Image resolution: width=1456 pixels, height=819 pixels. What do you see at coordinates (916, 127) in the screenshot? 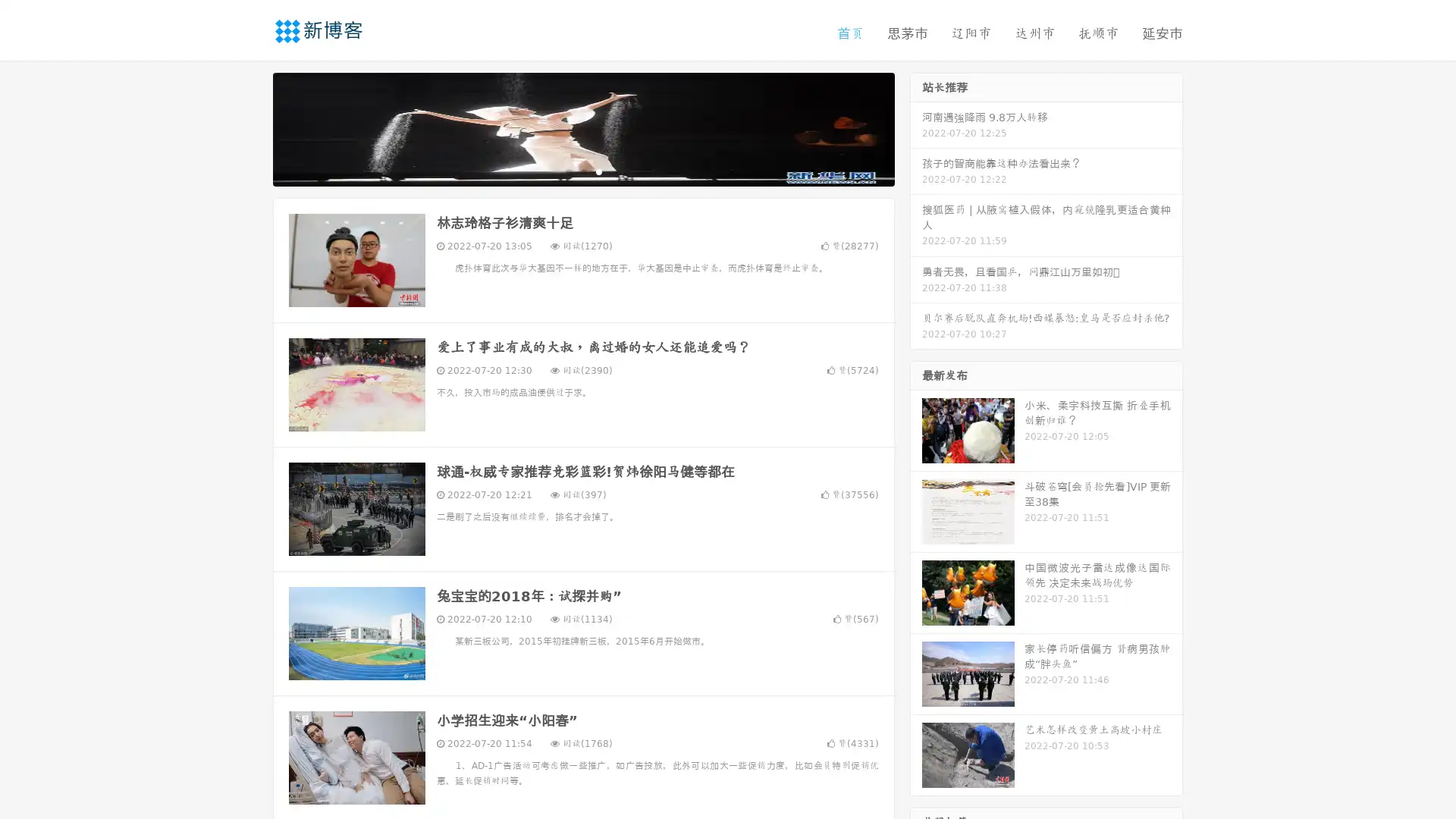
I see `Next slide` at bounding box center [916, 127].